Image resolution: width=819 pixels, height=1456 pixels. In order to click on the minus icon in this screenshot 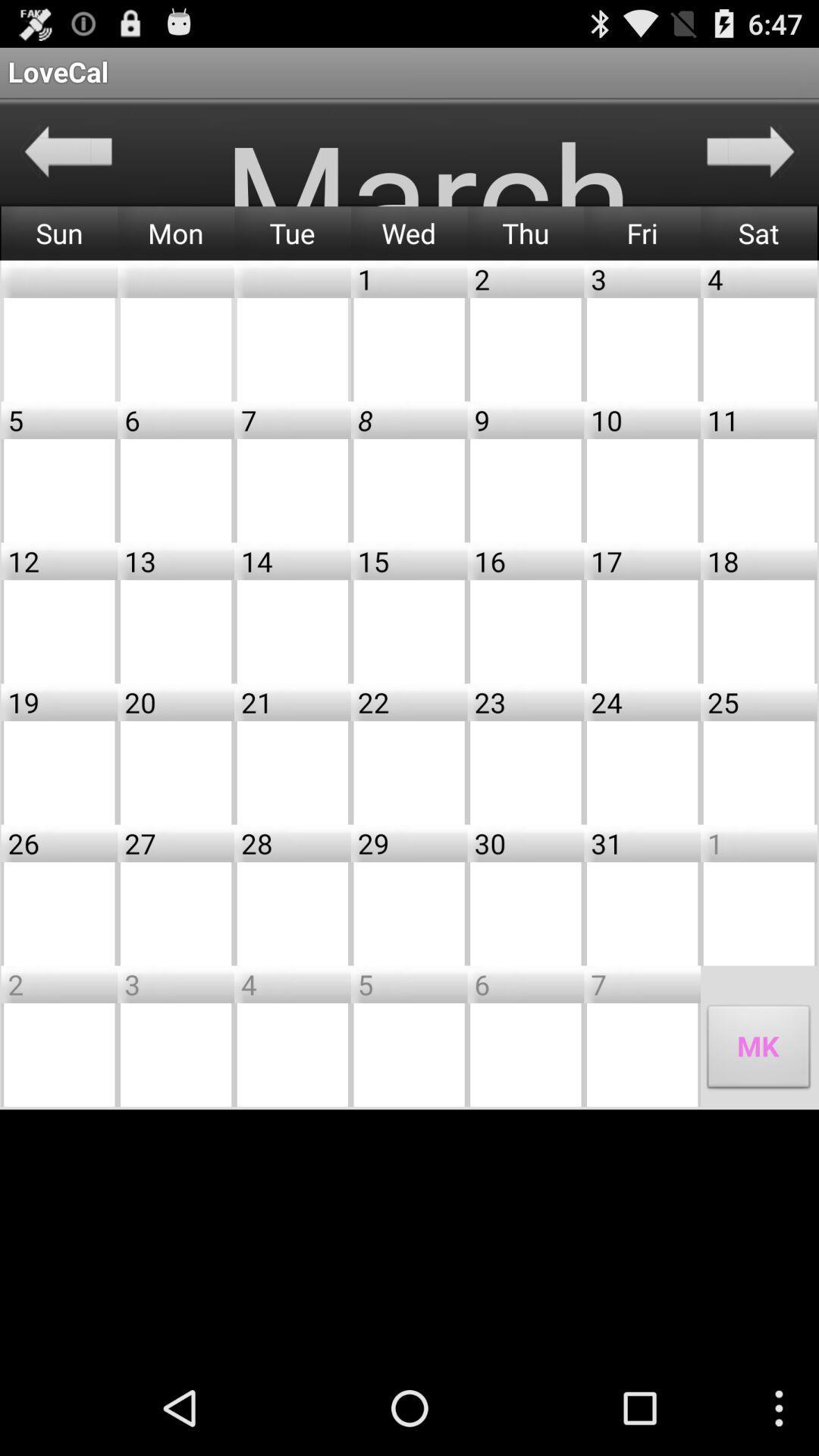, I will do `click(525, 1128)`.